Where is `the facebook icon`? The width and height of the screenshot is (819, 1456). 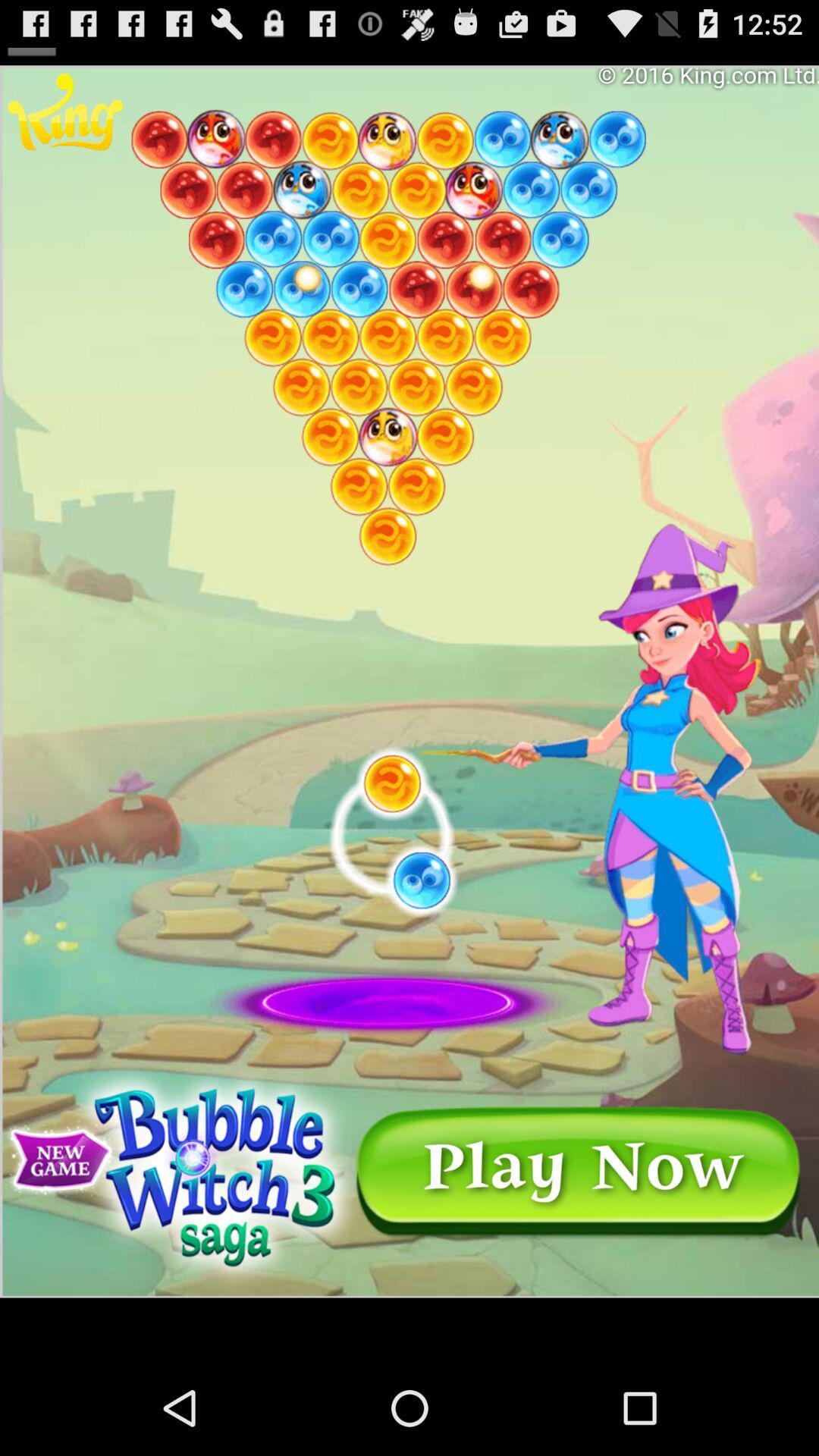 the facebook icon is located at coordinates (32, 33).